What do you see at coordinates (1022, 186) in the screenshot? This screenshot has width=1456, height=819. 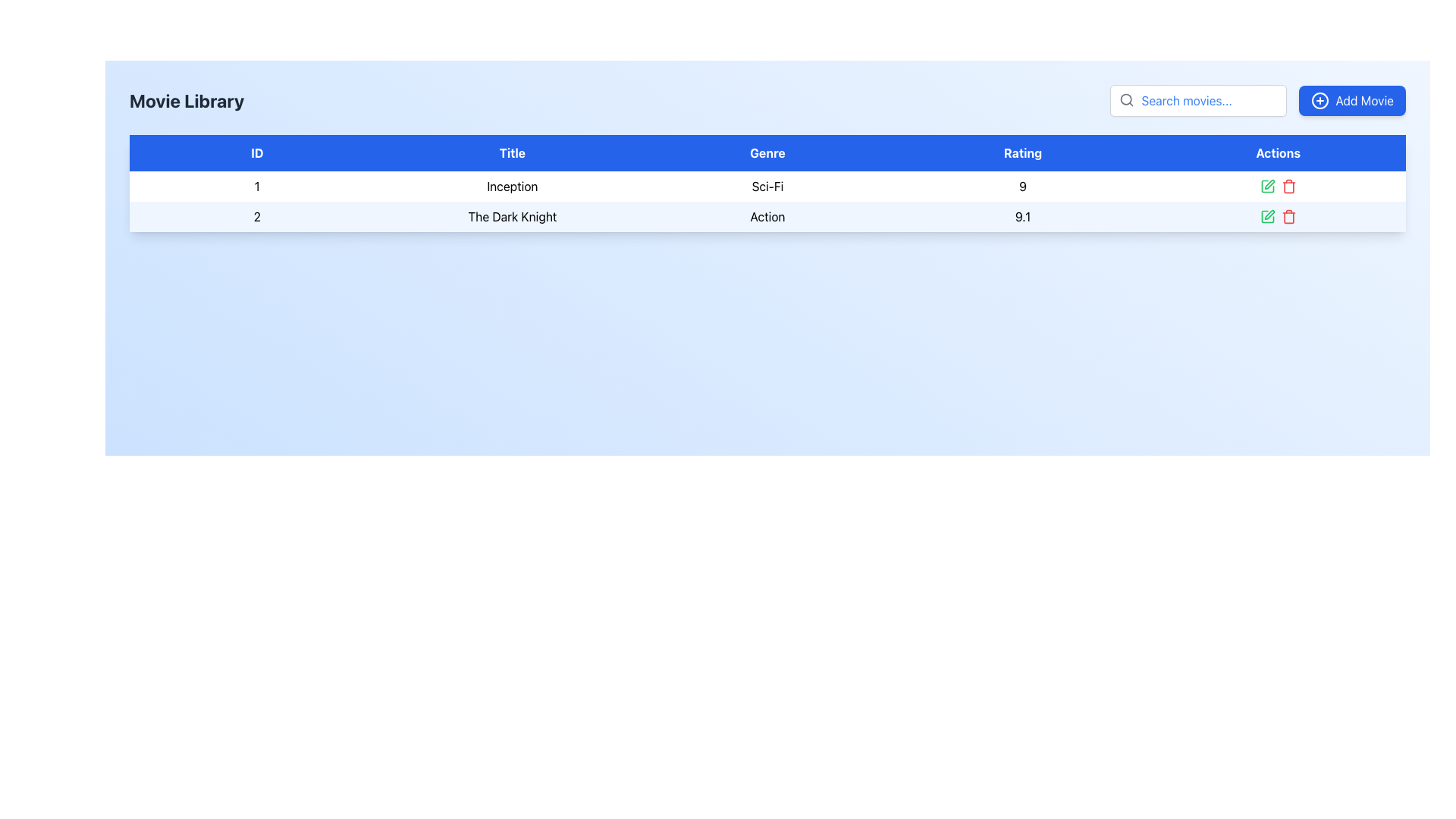 I see `the text label that displays the rating value for the movie entry in the first row of the table, located in the 'Rating' column between 'Sci-Fi' and 'Actions'` at bounding box center [1022, 186].